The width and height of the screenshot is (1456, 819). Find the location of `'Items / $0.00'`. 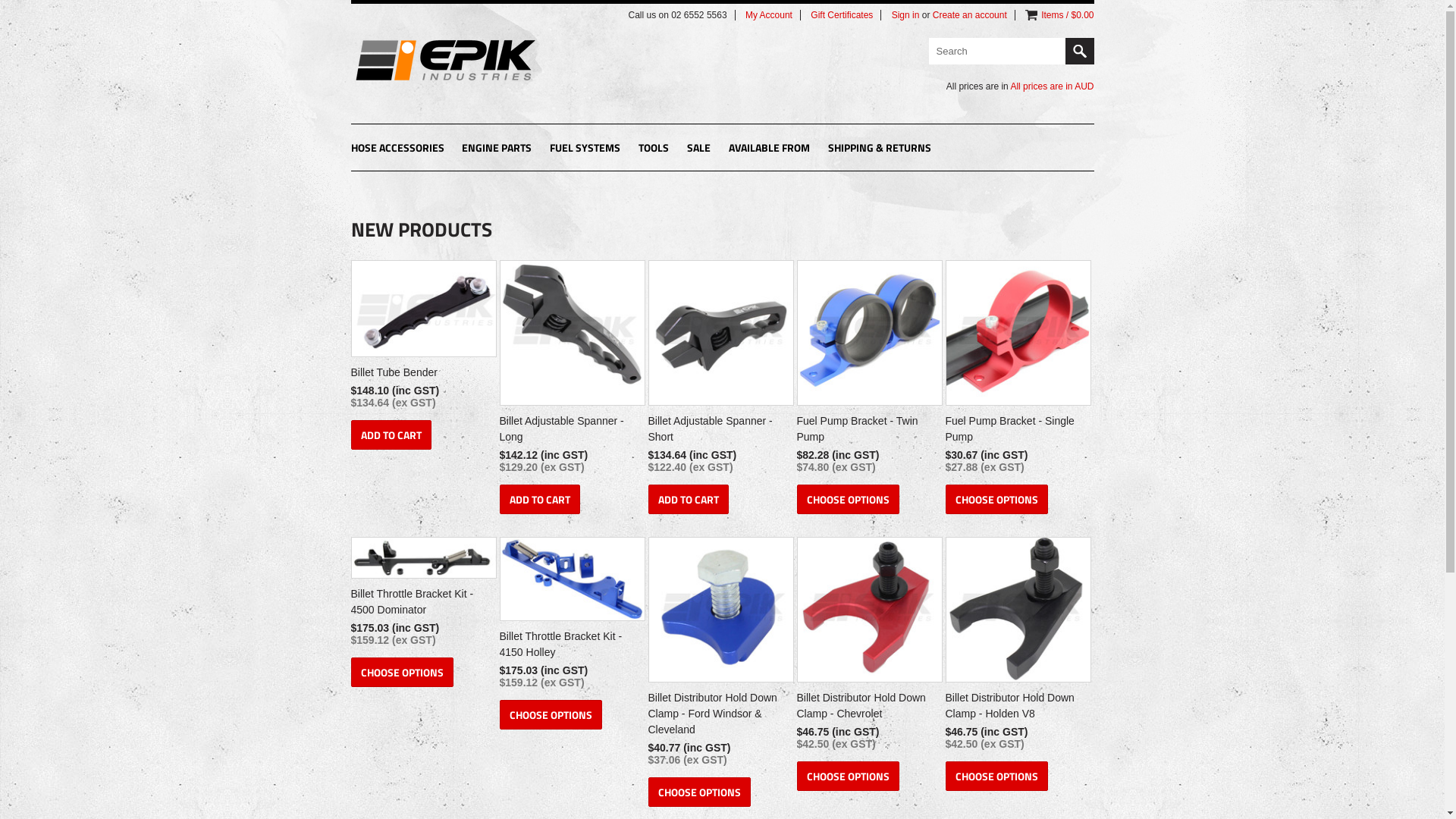

'Items / $0.00' is located at coordinates (1066, 14).